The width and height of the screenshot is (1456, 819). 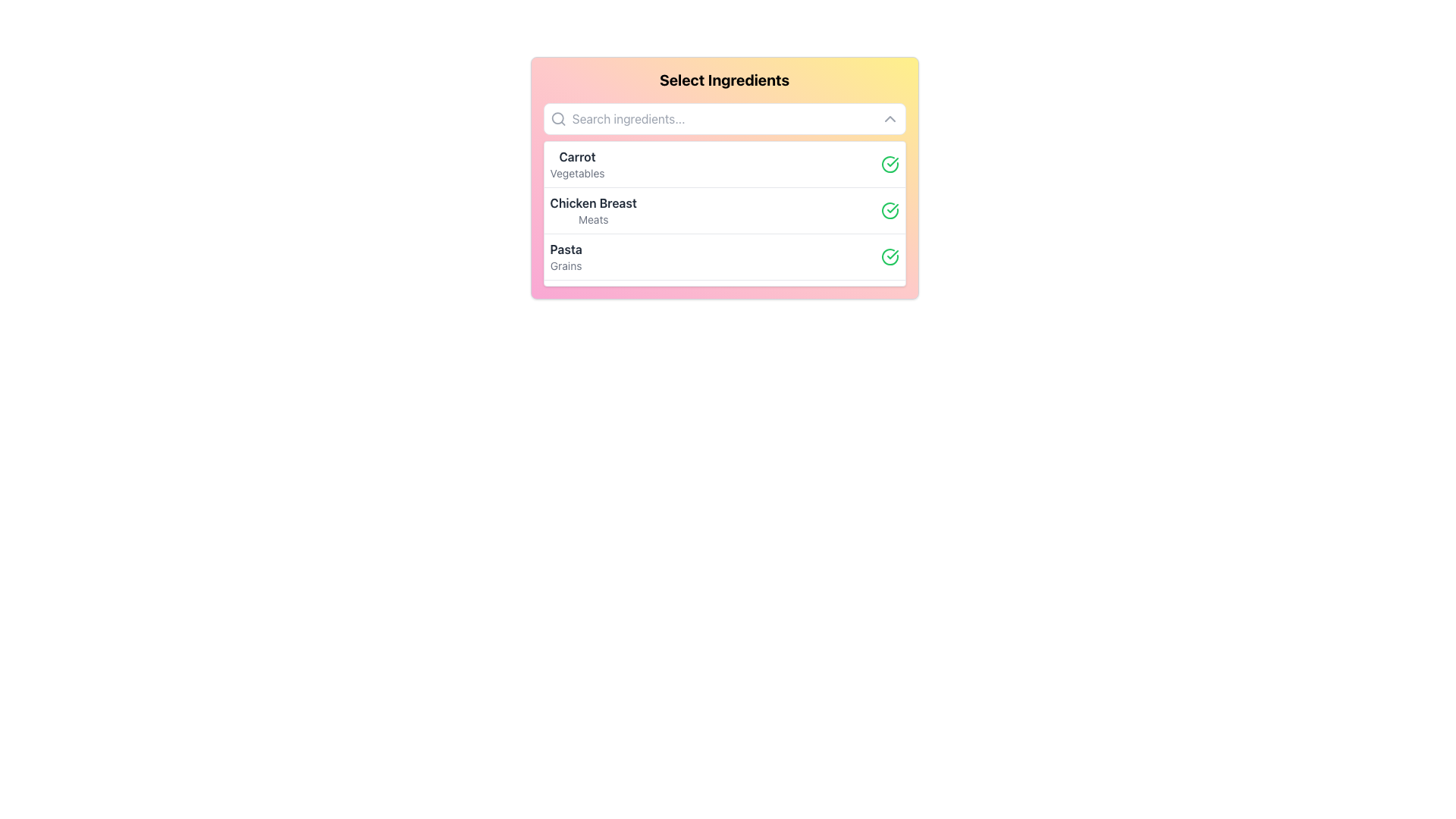 What do you see at coordinates (576, 164) in the screenshot?
I see `on the 'Carrot' text label, which is styled prominently as a title in bold font, located in the 'Select Ingredients' section of the list` at bounding box center [576, 164].